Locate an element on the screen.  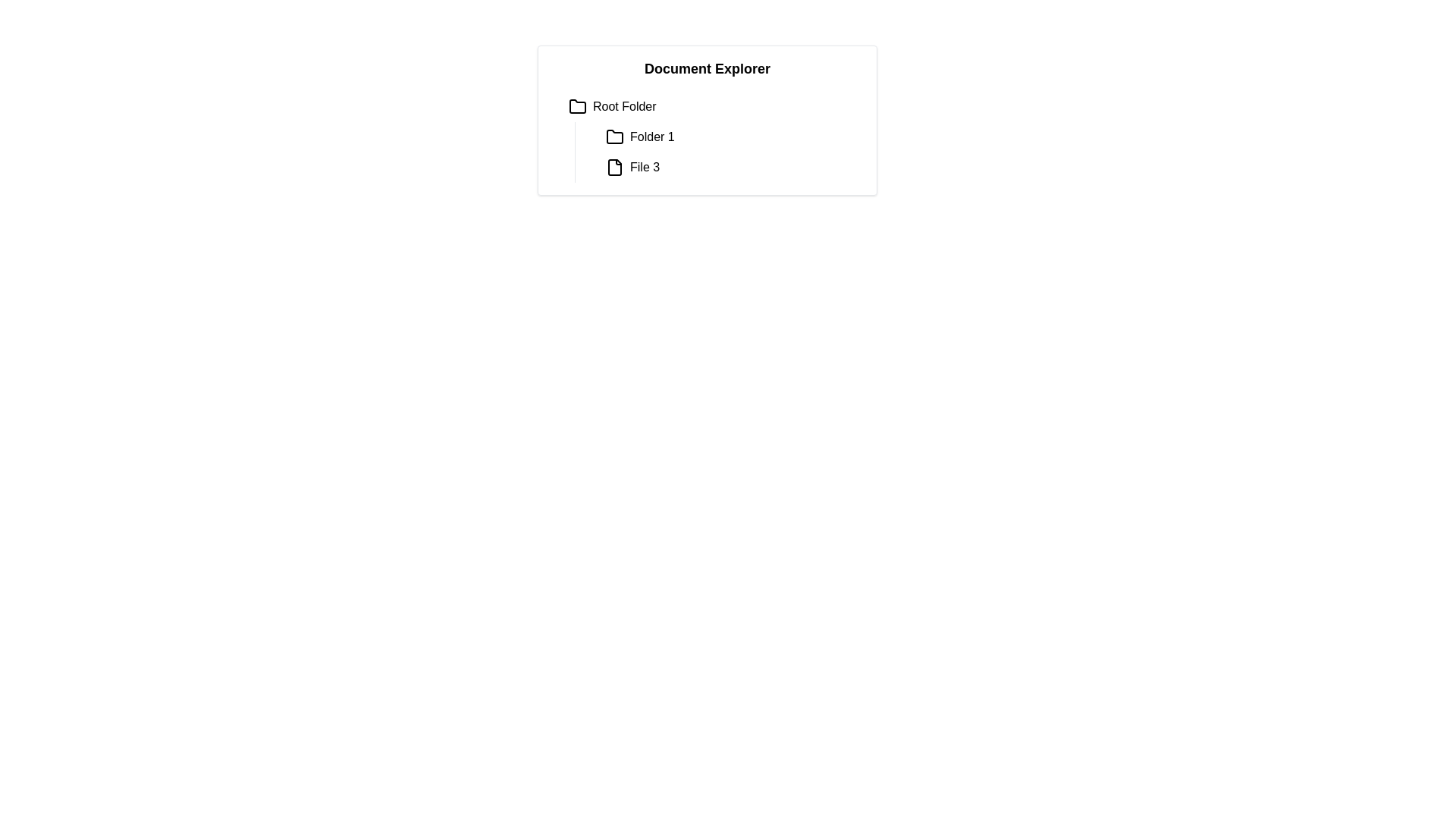
on the list item representing the folder named 'Folder 1' is located at coordinates (732, 137).